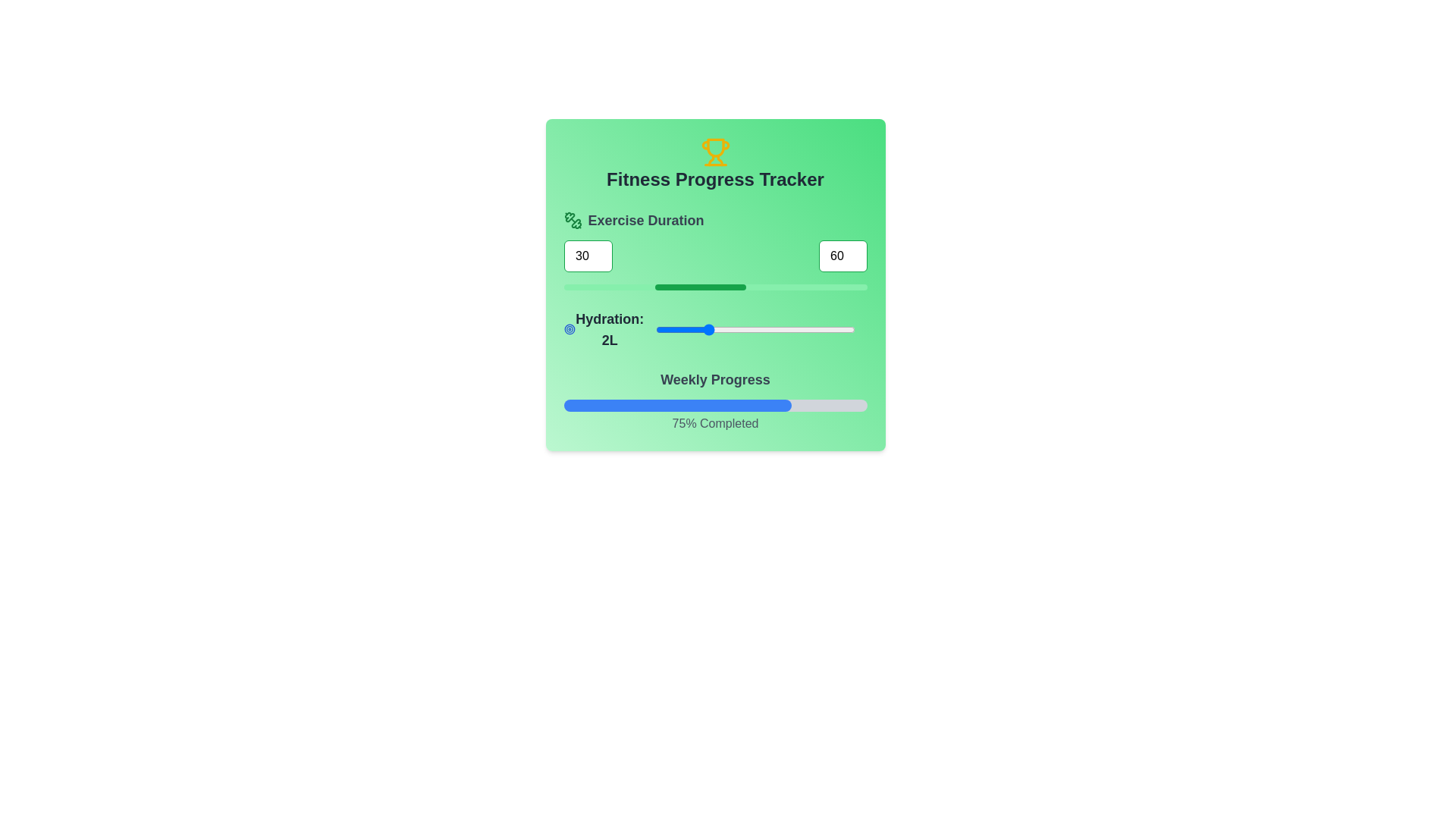 This screenshot has width=1456, height=819. Describe the element at coordinates (755, 329) in the screenshot. I see `hydration level` at that location.